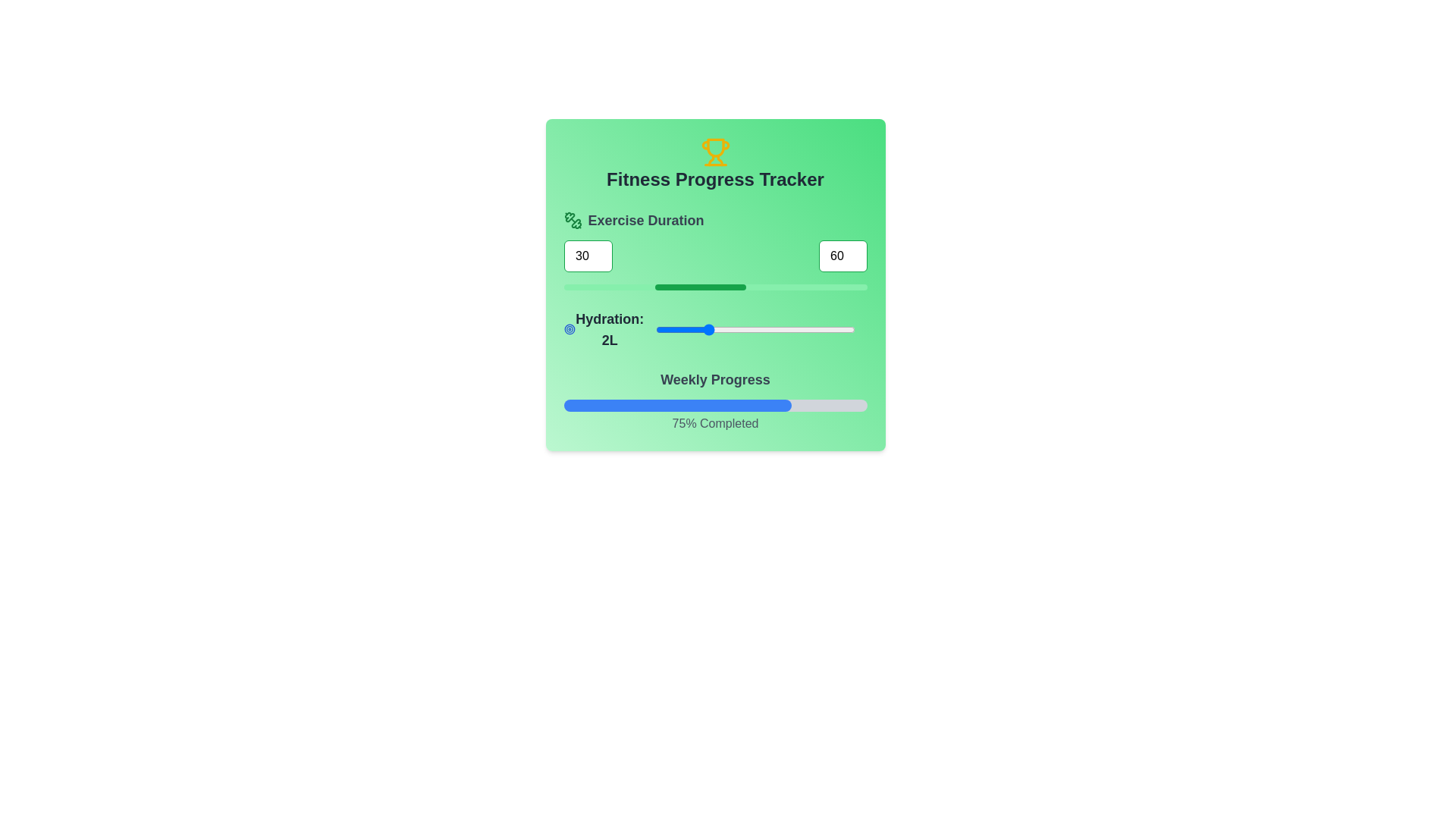 This screenshot has width=1456, height=819. Describe the element at coordinates (755, 329) in the screenshot. I see `hydration level` at that location.